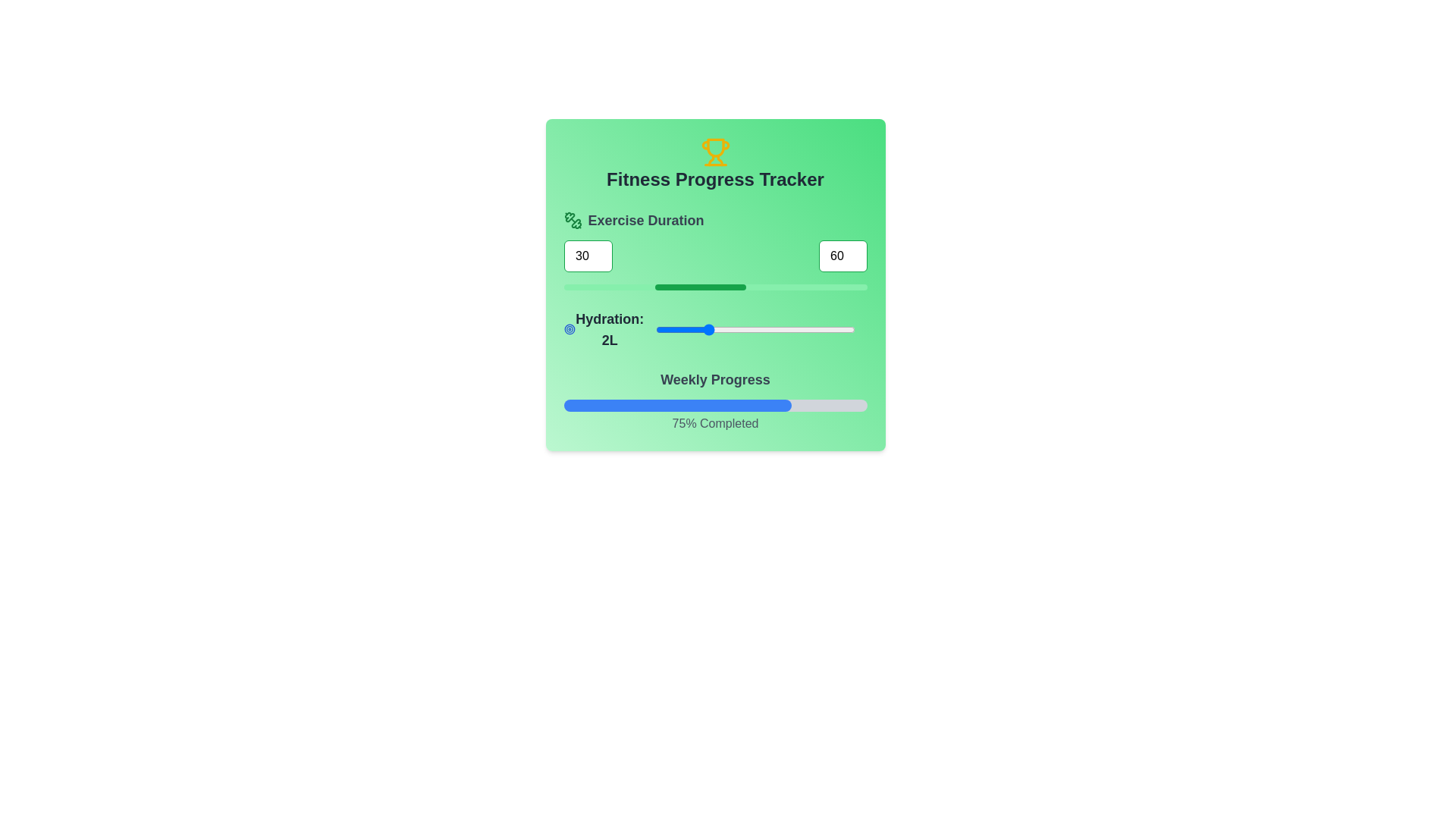 This screenshot has width=1456, height=819. Describe the element at coordinates (755, 329) in the screenshot. I see `hydration level` at that location.